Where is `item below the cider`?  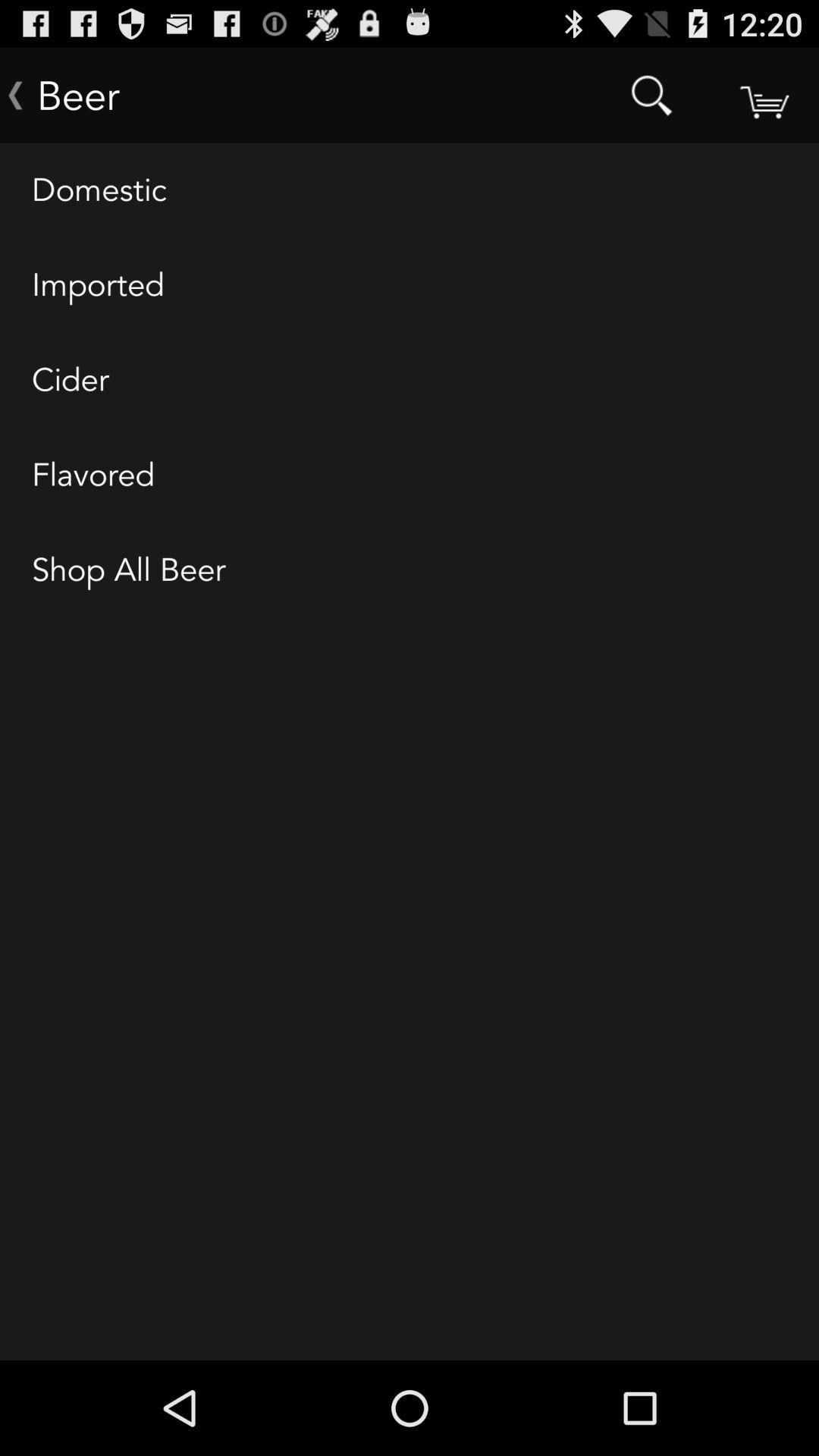
item below the cider is located at coordinates (409, 475).